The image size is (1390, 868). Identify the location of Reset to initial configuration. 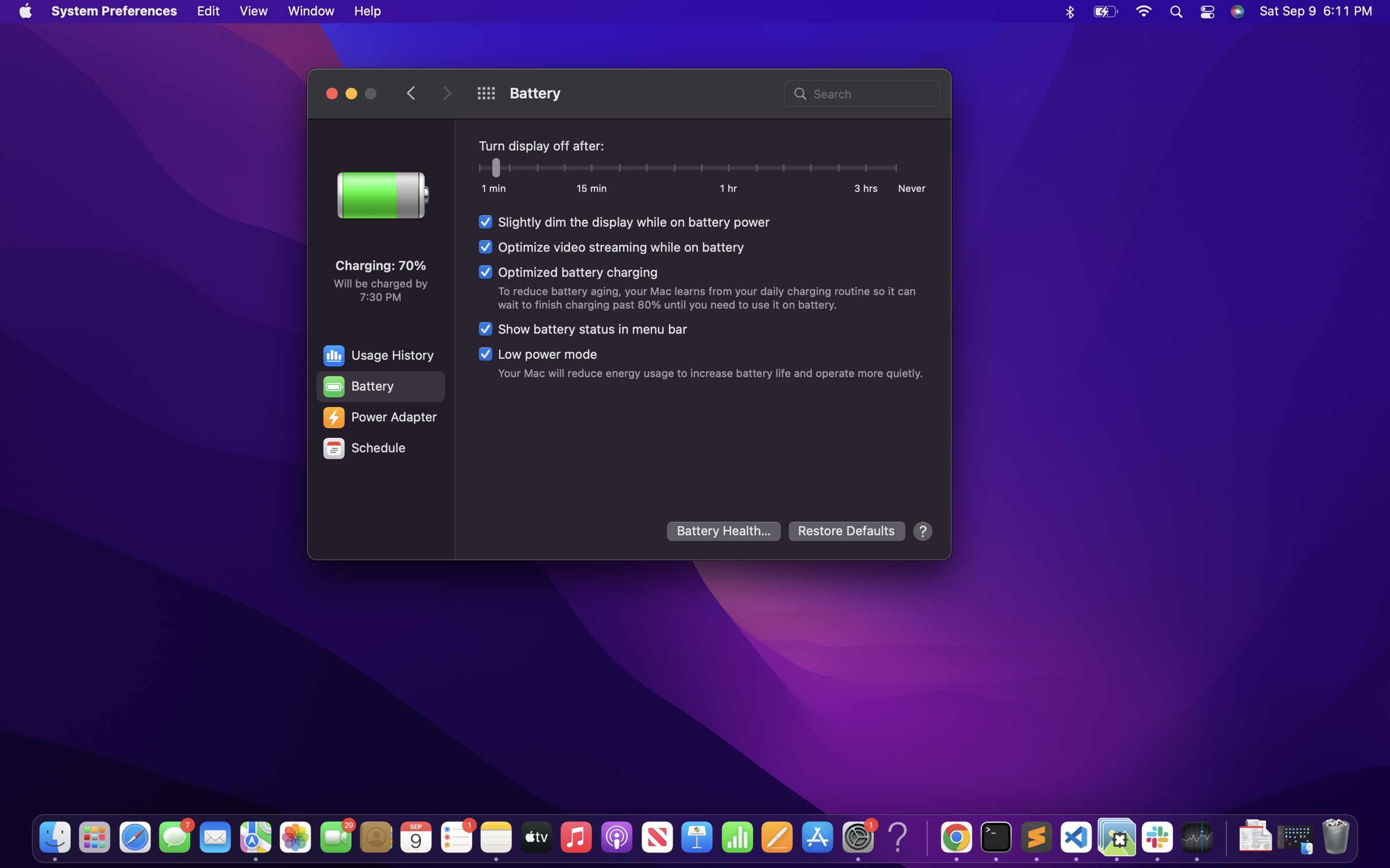
(847, 531).